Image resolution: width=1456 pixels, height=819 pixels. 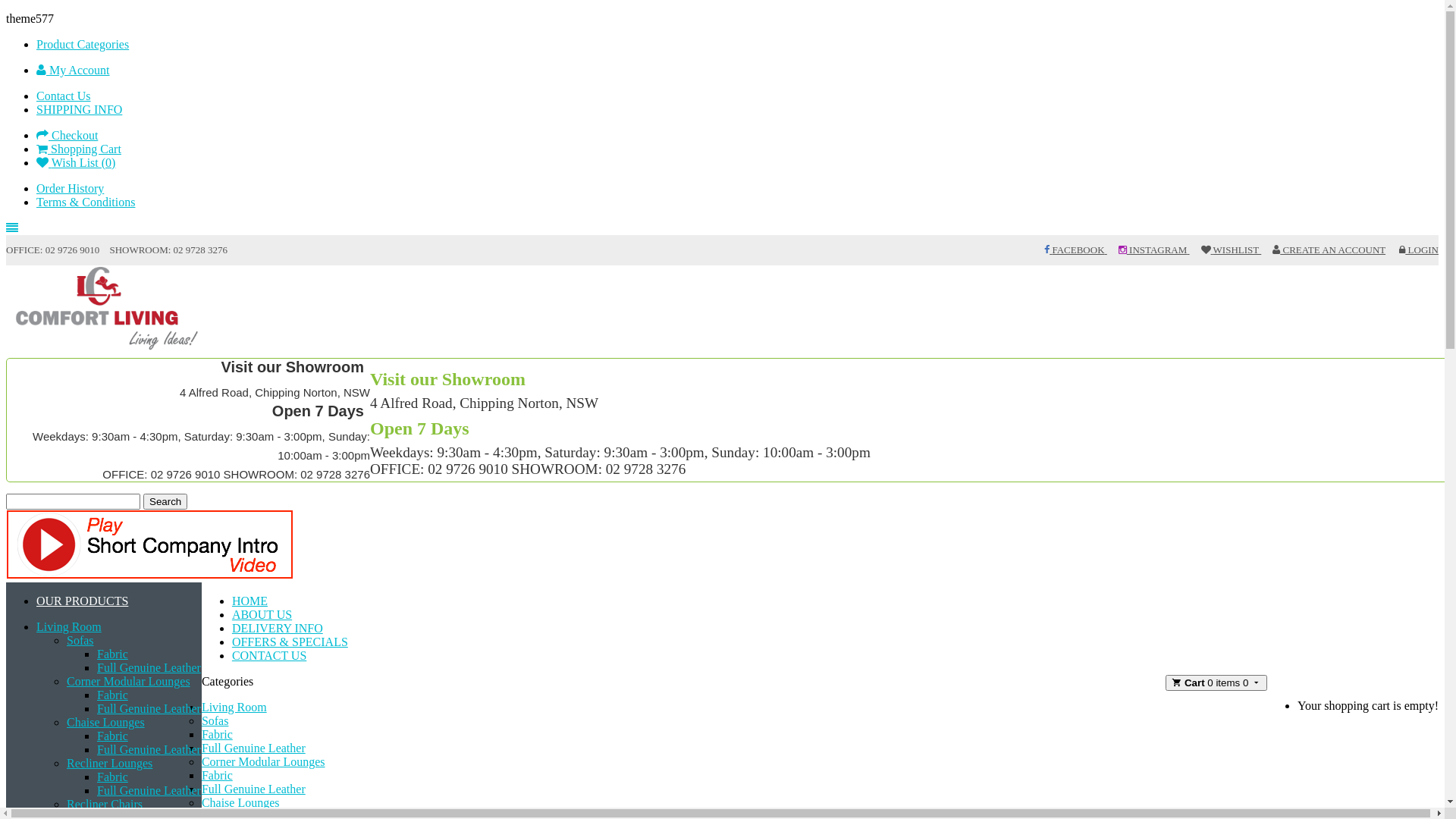 What do you see at coordinates (214, 720) in the screenshot?
I see `'Sofas'` at bounding box center [214, 720].